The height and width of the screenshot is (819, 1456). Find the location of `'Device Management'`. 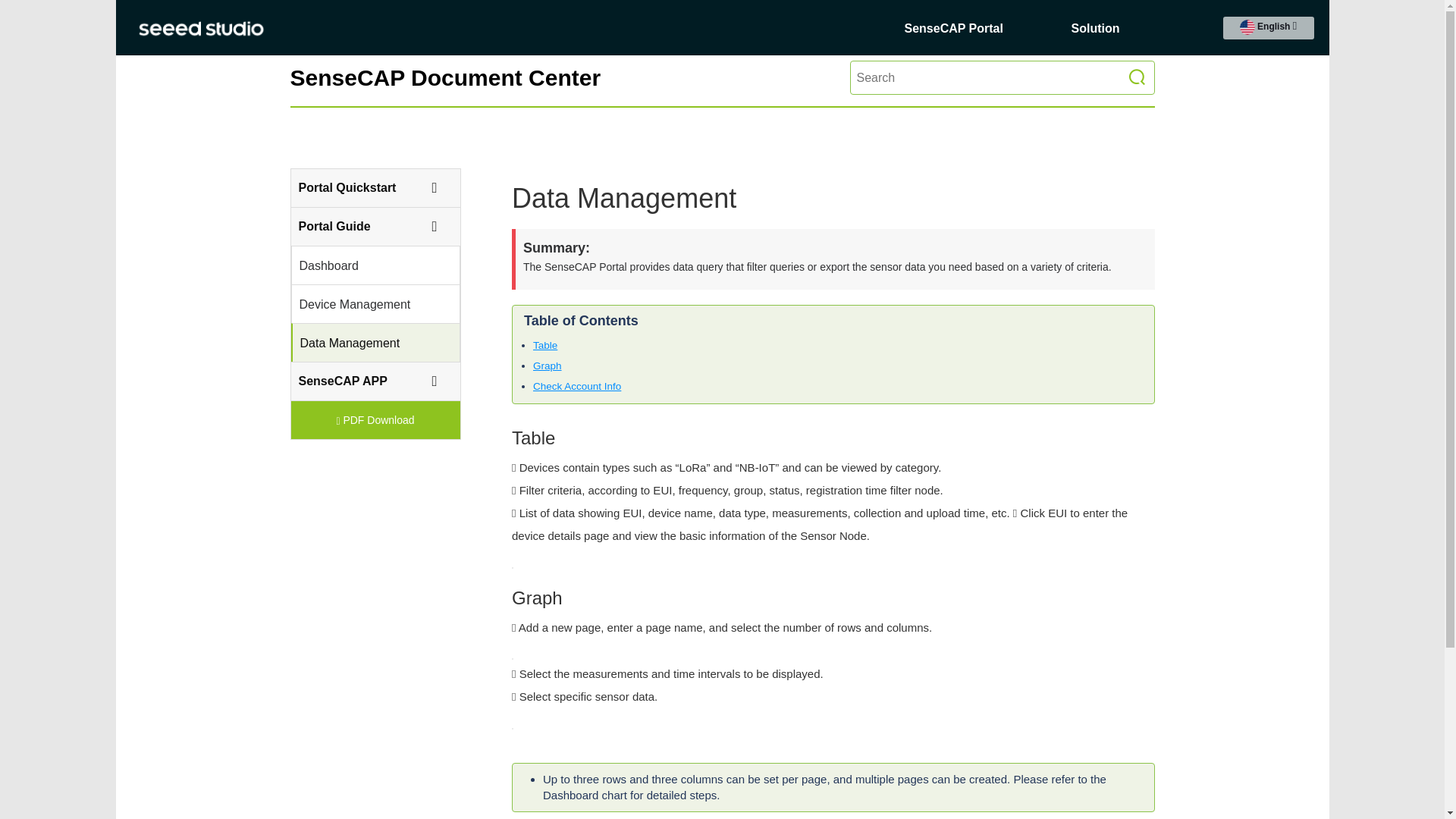

'Device Management' is located at coordinates (367, 304).